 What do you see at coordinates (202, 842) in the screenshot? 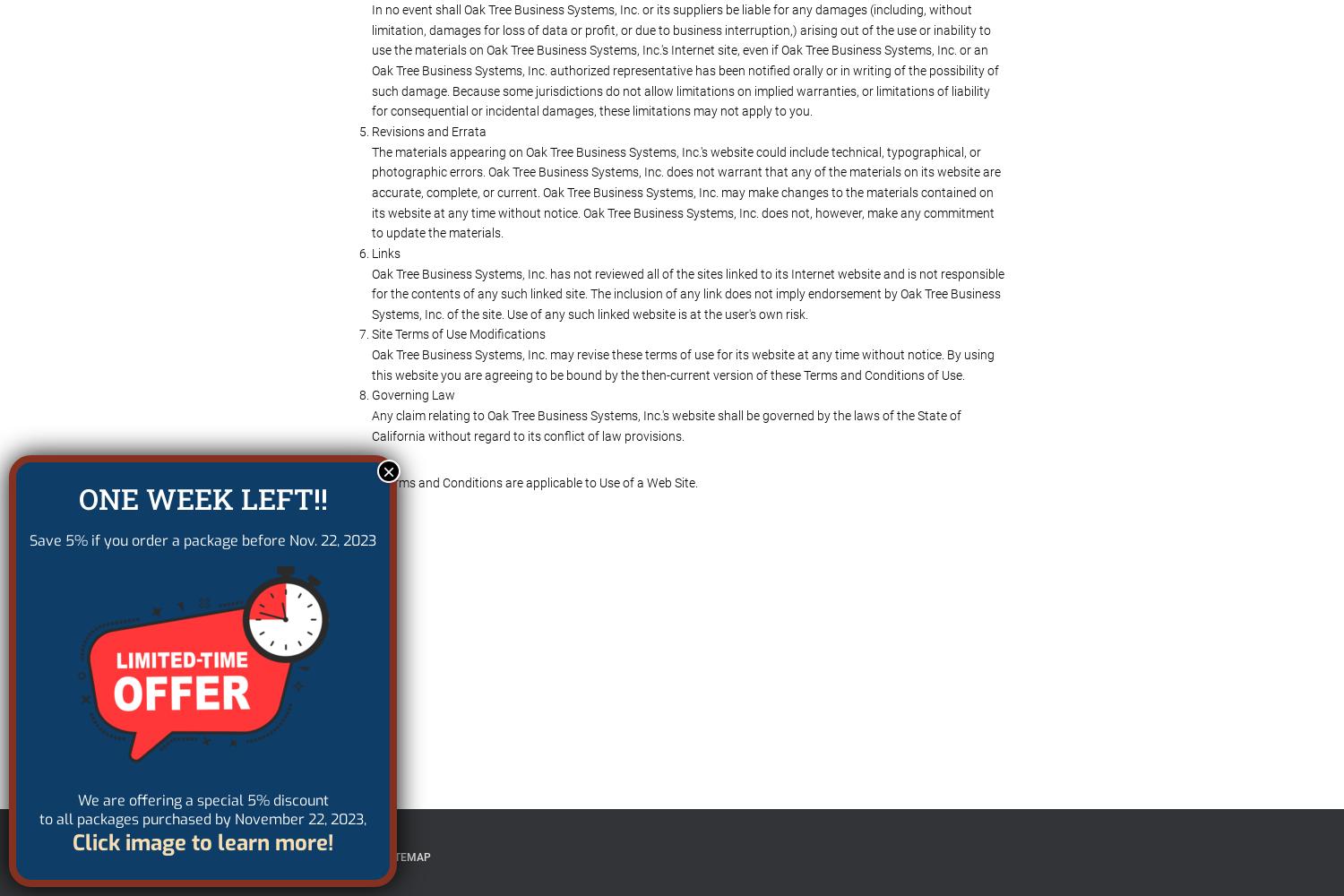
I see `'Click image to learn more!'` at bounding box center [202, 842].